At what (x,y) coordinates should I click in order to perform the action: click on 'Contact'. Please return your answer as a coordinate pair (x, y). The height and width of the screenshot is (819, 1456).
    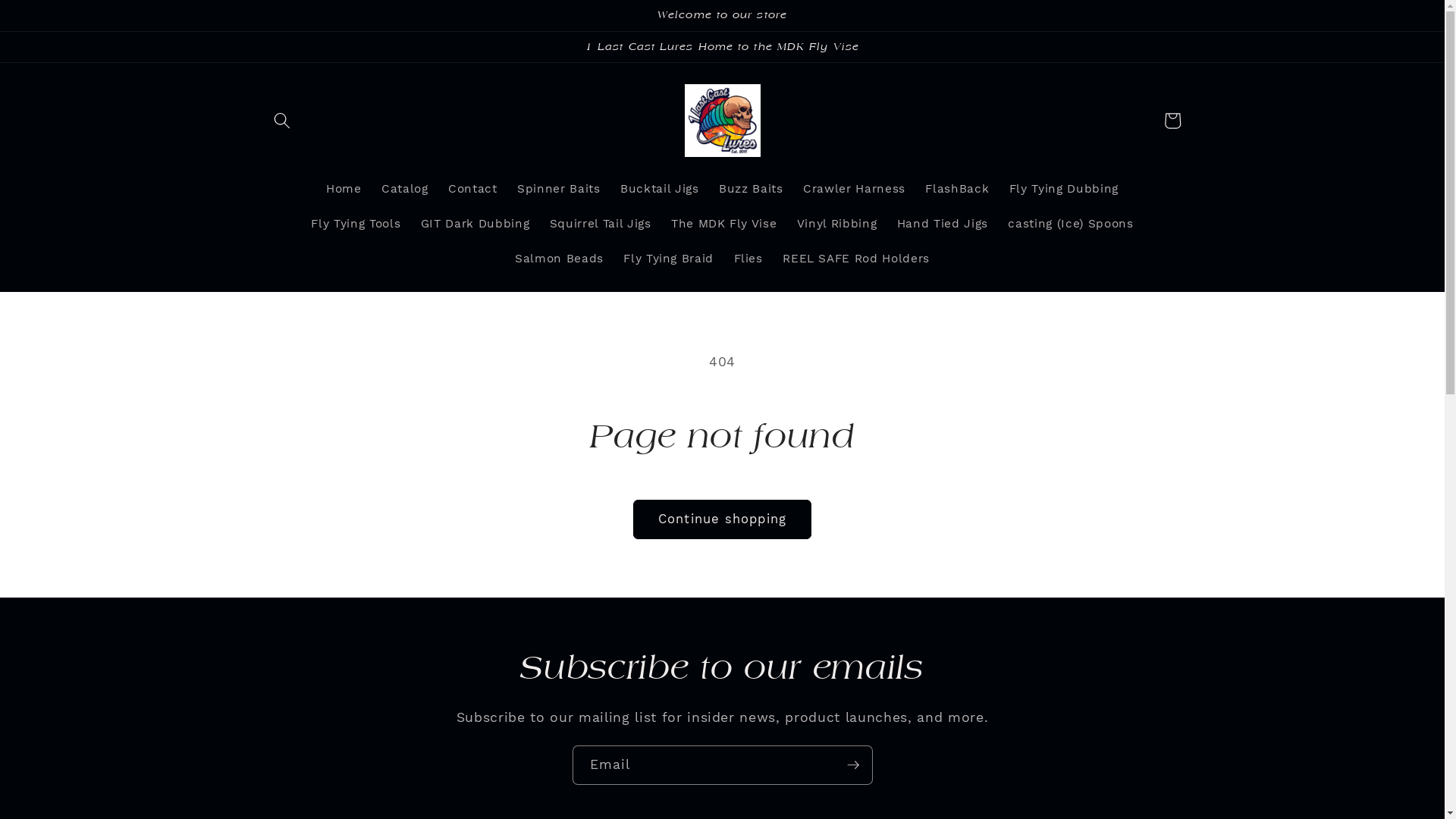
    Looking at the image, I should click on (437, 189).